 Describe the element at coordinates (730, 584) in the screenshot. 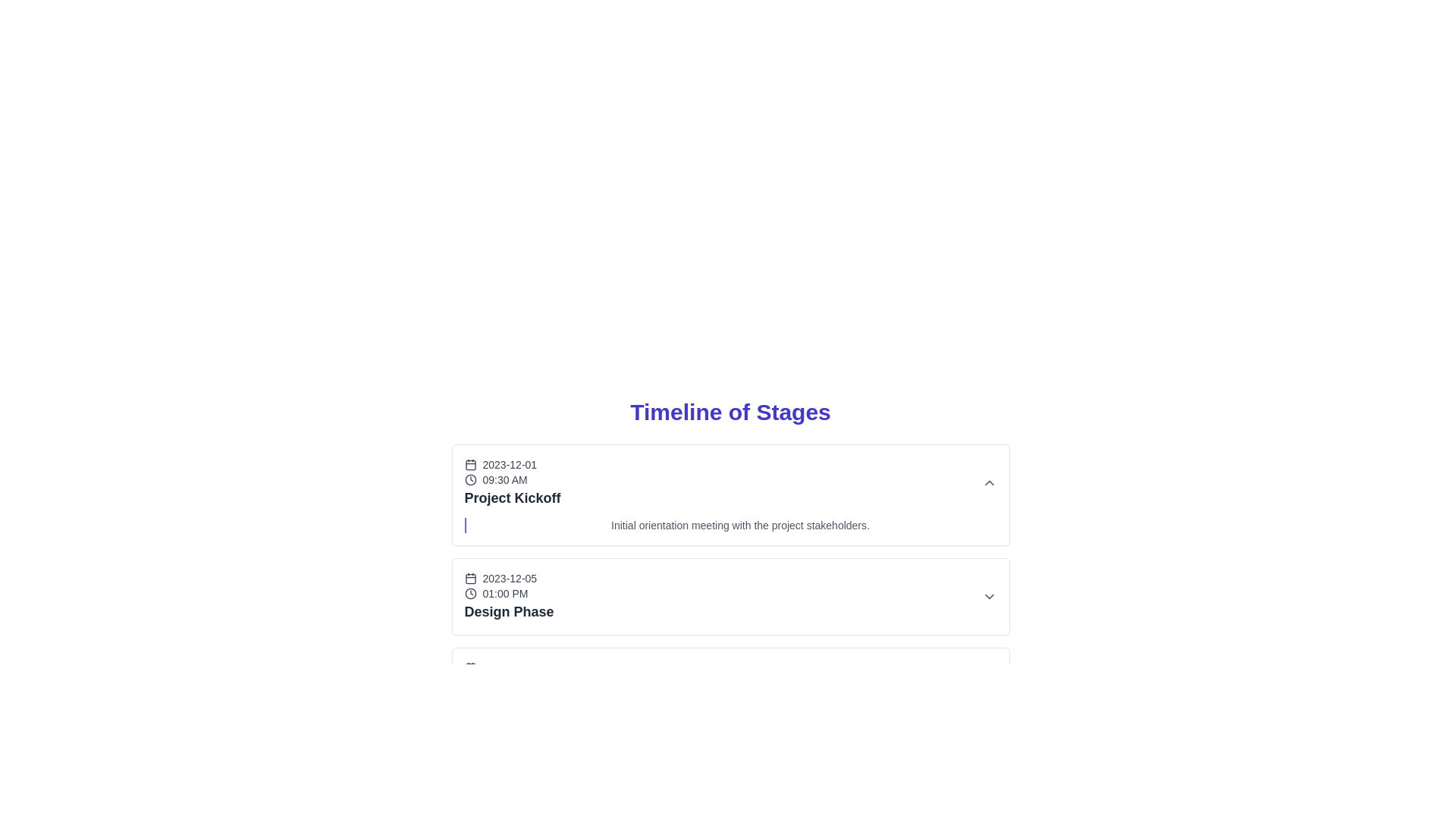

I see `the 'Design Phase' timeline entry` at that location.